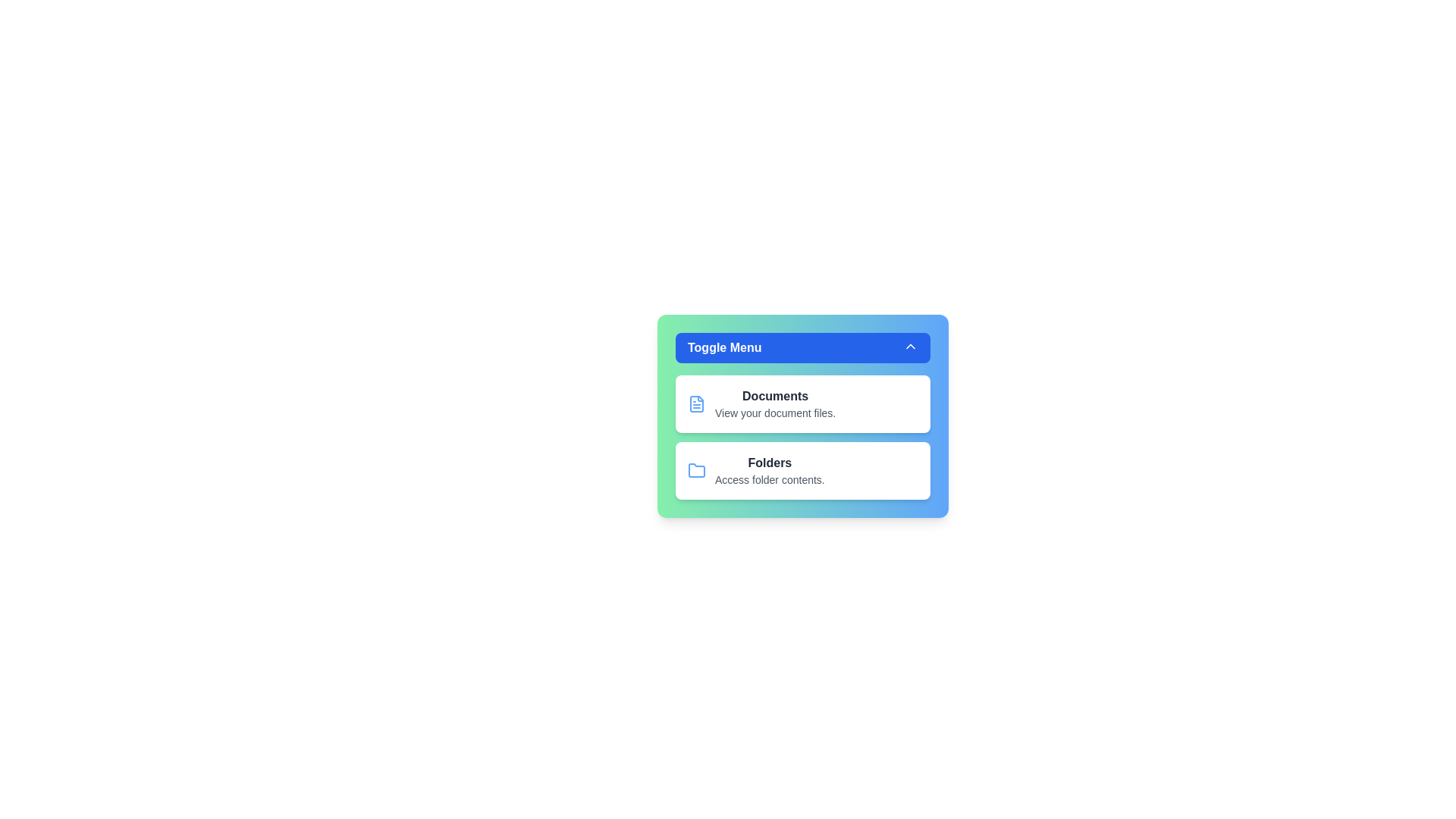  Describe the element at coordinates (695, 403) in the screenshot. I see `the icon next to the menu item Documents` at that location.